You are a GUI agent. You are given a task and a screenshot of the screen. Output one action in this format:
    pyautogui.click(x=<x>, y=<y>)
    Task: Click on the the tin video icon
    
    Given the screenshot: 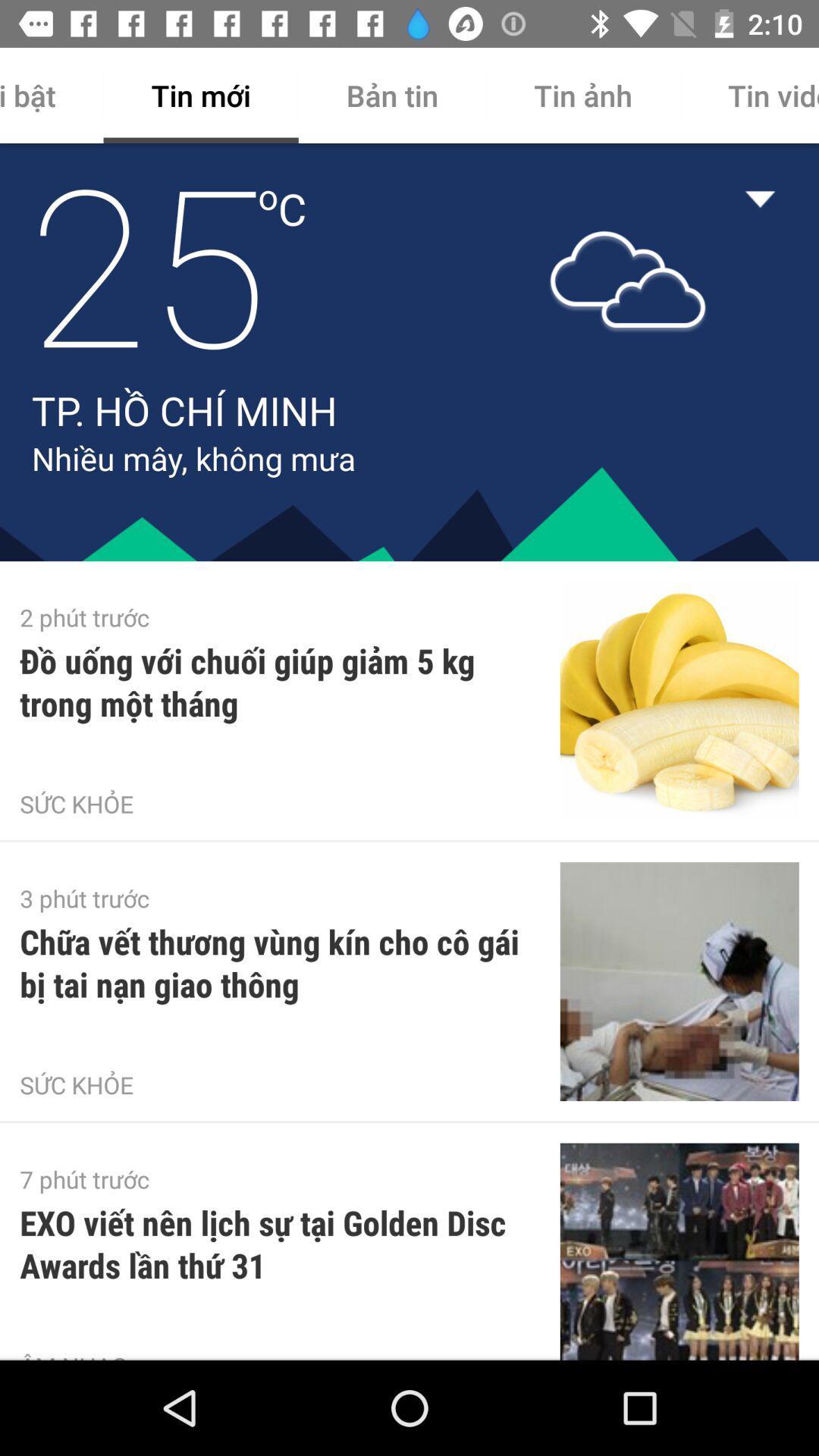 What is the action you would take?
    pyautogui.click(x=748, y=94)
    